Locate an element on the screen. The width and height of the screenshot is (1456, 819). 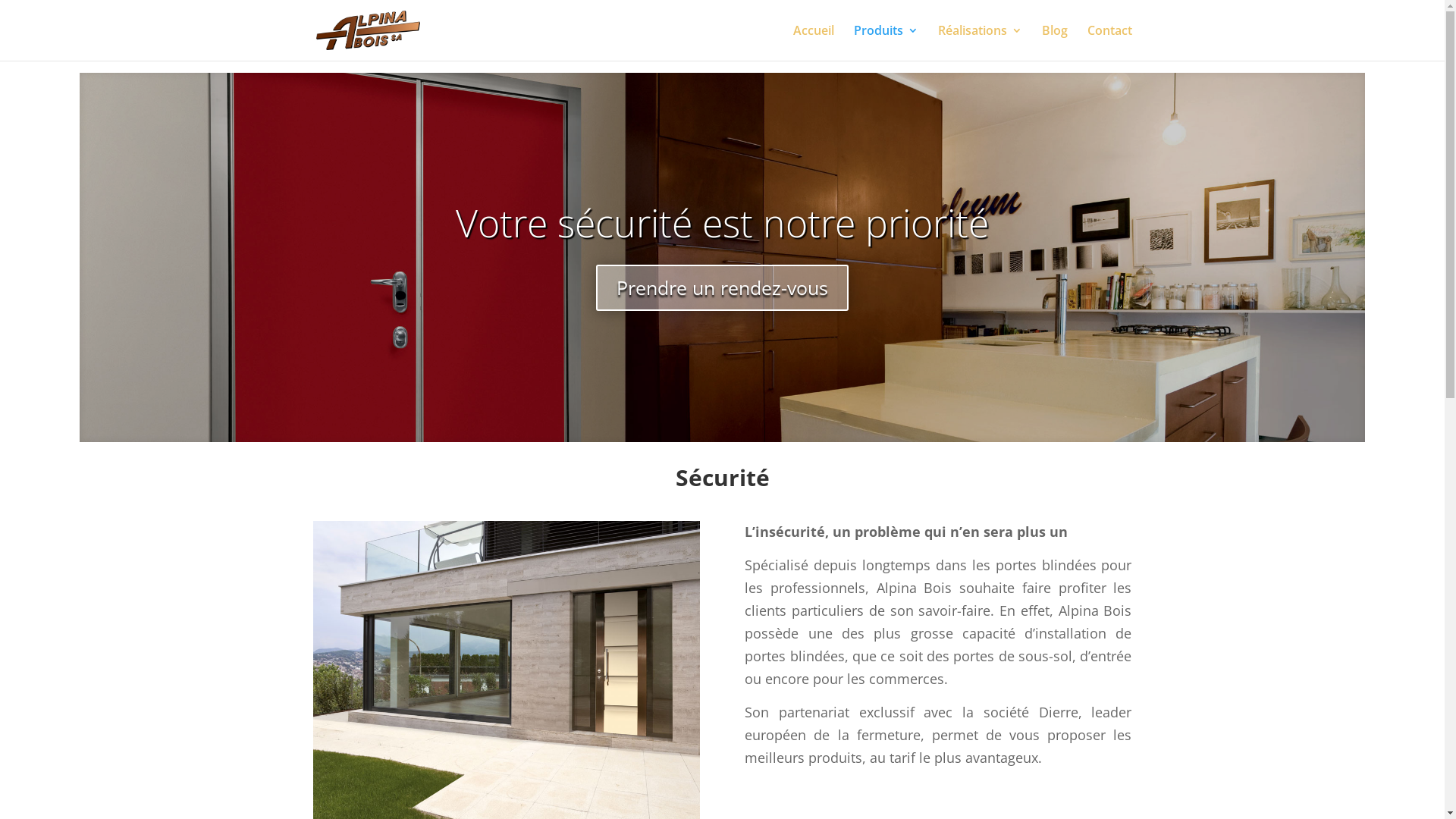
'Produits' is located at coordinates (886, 42).